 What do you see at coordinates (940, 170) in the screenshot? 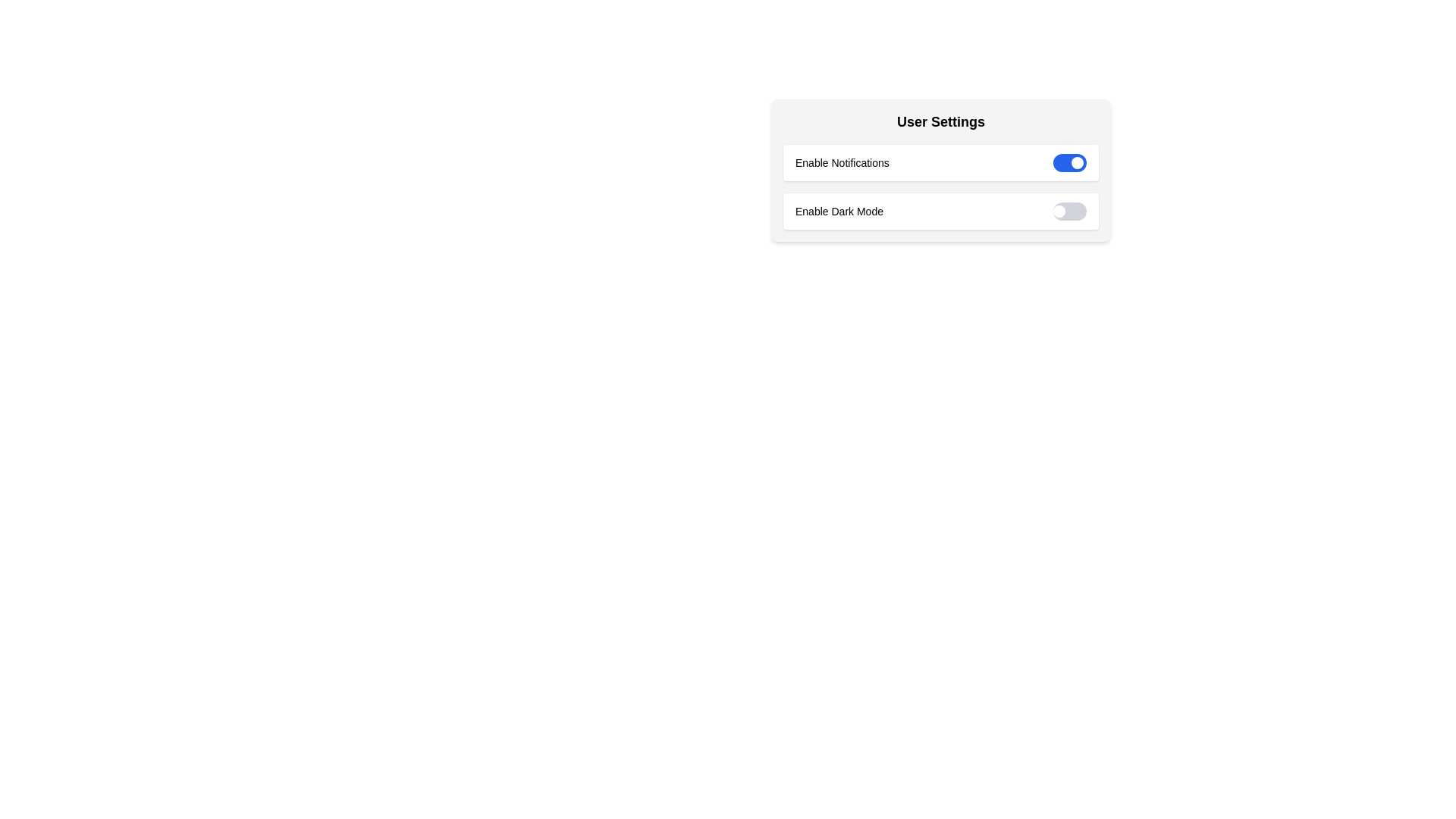
I see `the 'Enable Notifications' toggle switch in the settings panel` at bounding box center [940, 170].